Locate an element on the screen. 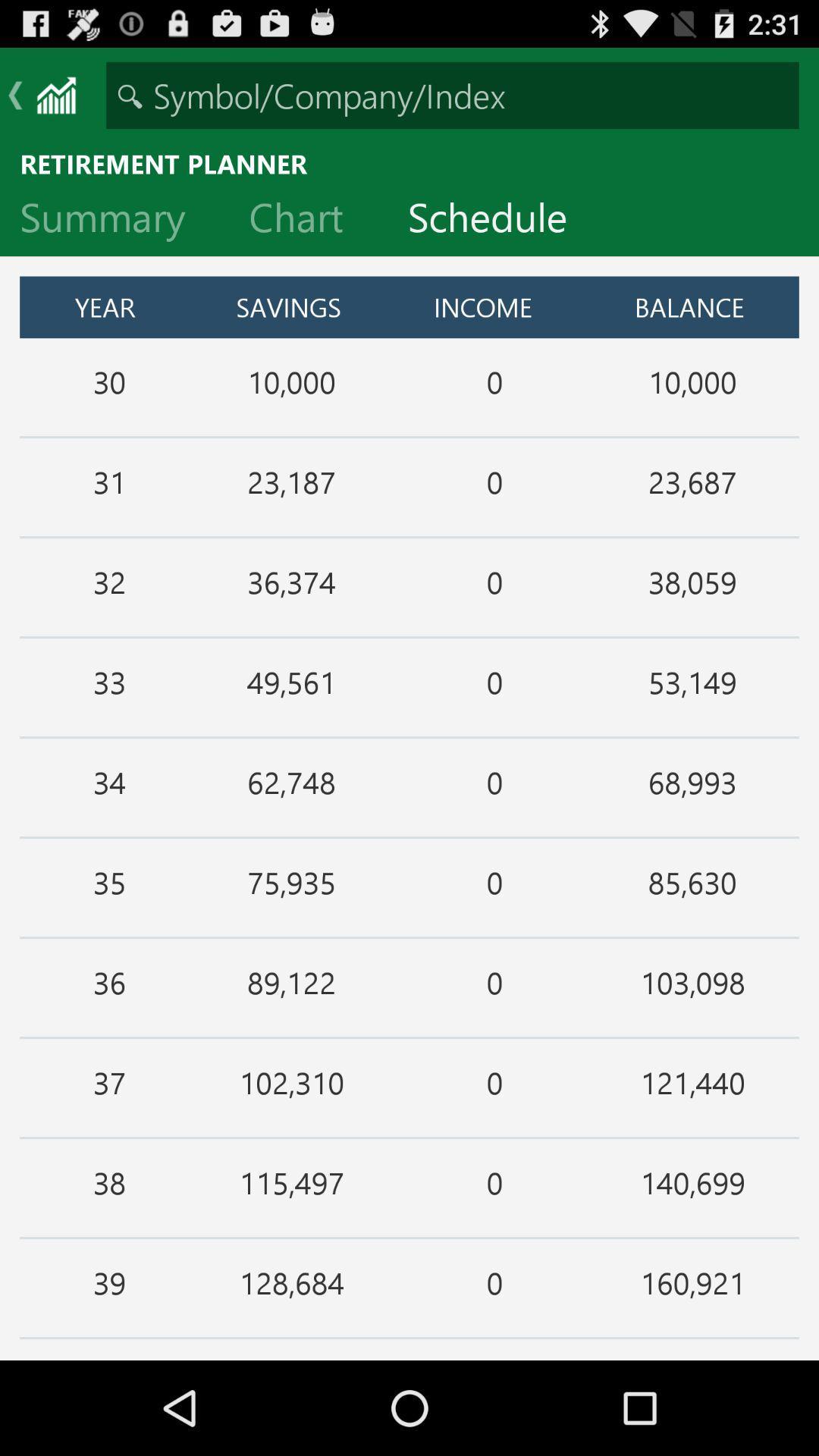 The image size is (819, 1456). search for symbol company or index input box is located at coordinates (452, 94).